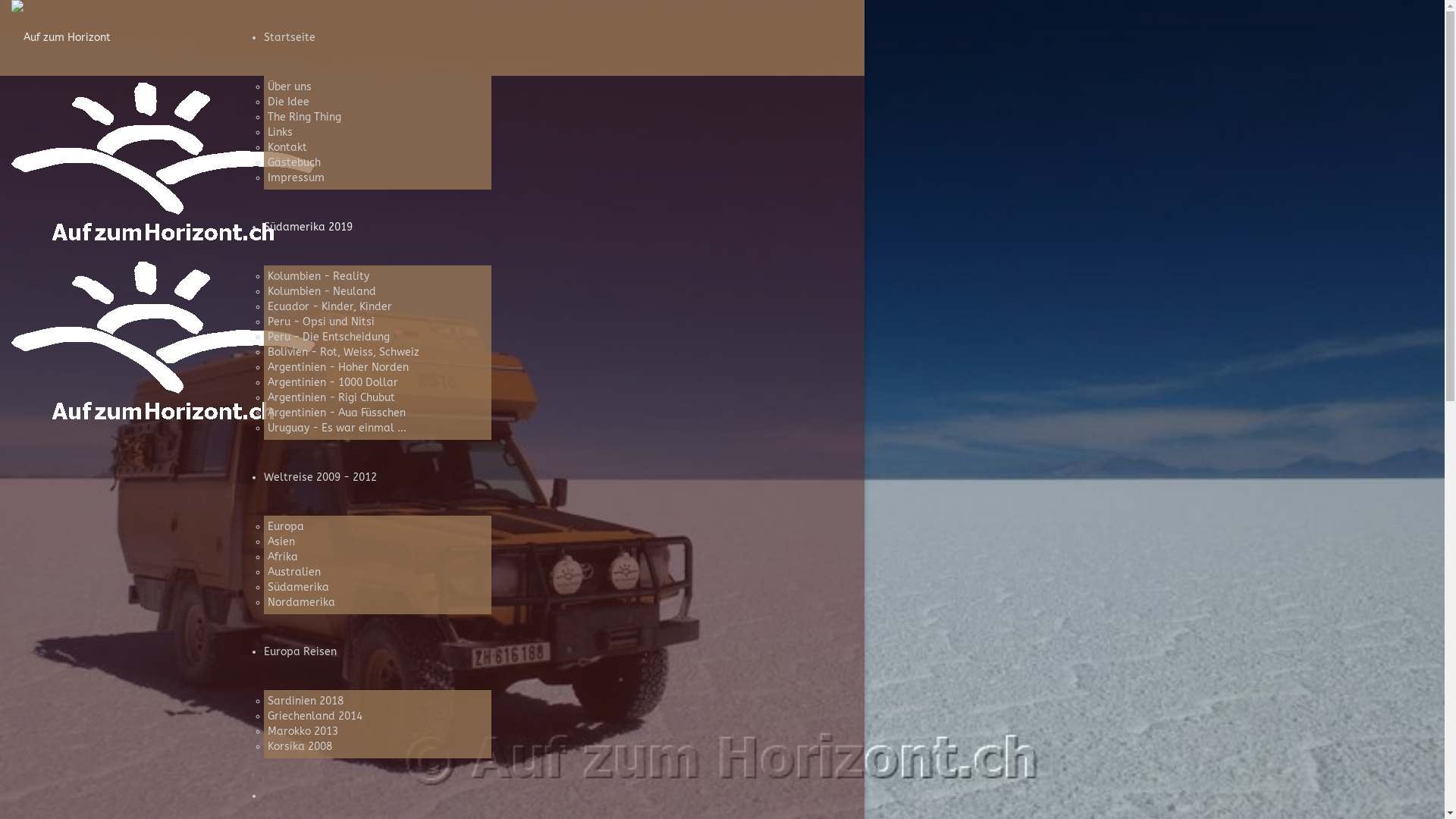 The height and width of the screenshot is (819, 1456). What do you see at coordinates (293, 572) in the screenshot?
I see `'Australien'` at bounding box center [293, 572].